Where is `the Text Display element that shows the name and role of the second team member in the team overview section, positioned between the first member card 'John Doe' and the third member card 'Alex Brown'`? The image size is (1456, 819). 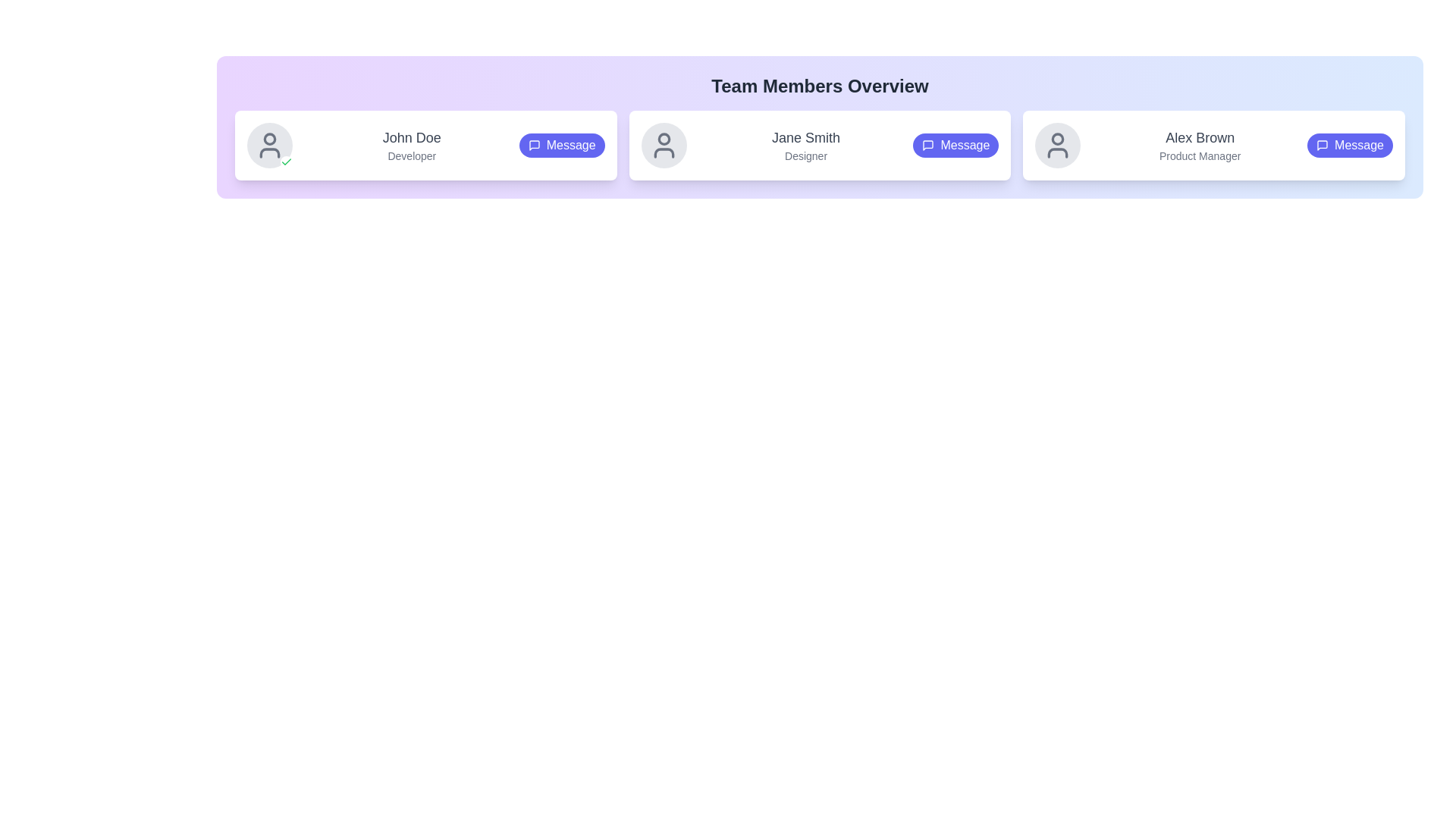 the Text Display element that shows the name and role of the second team member in the team overview section, positioned between the first member card 'John Doe' and the third member card 'Alex Brown' is located at coordinates (805, 146).